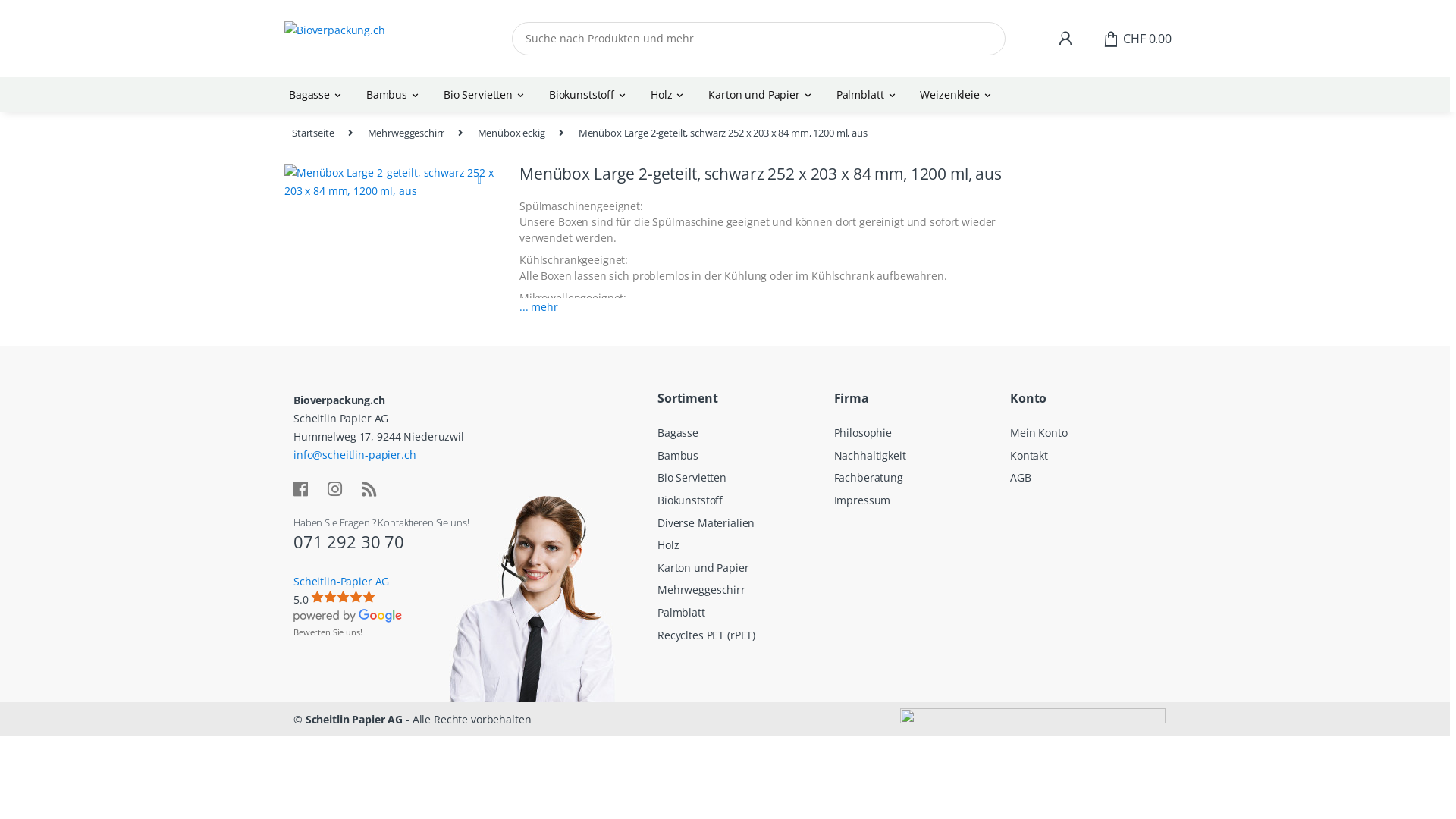 The width and height of the screenshot is (1456, 819). What do you see at coordinates (293, 580) in the screenshot?
I see `'Scheitlin-Papier AG'` at bounding box center [293, 580].